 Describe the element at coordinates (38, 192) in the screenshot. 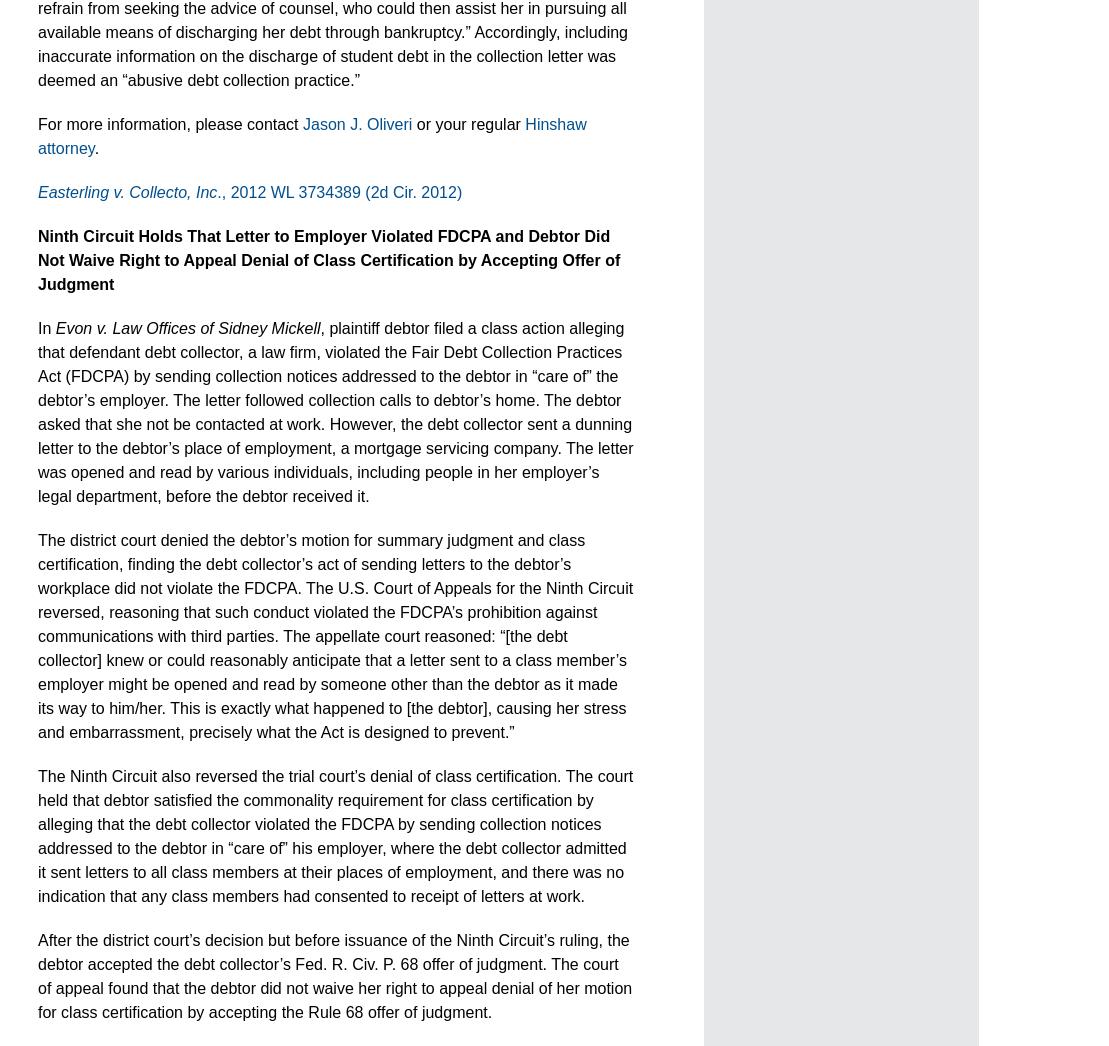

I see `'Easterling v. Collecto, Inc'` at that location.